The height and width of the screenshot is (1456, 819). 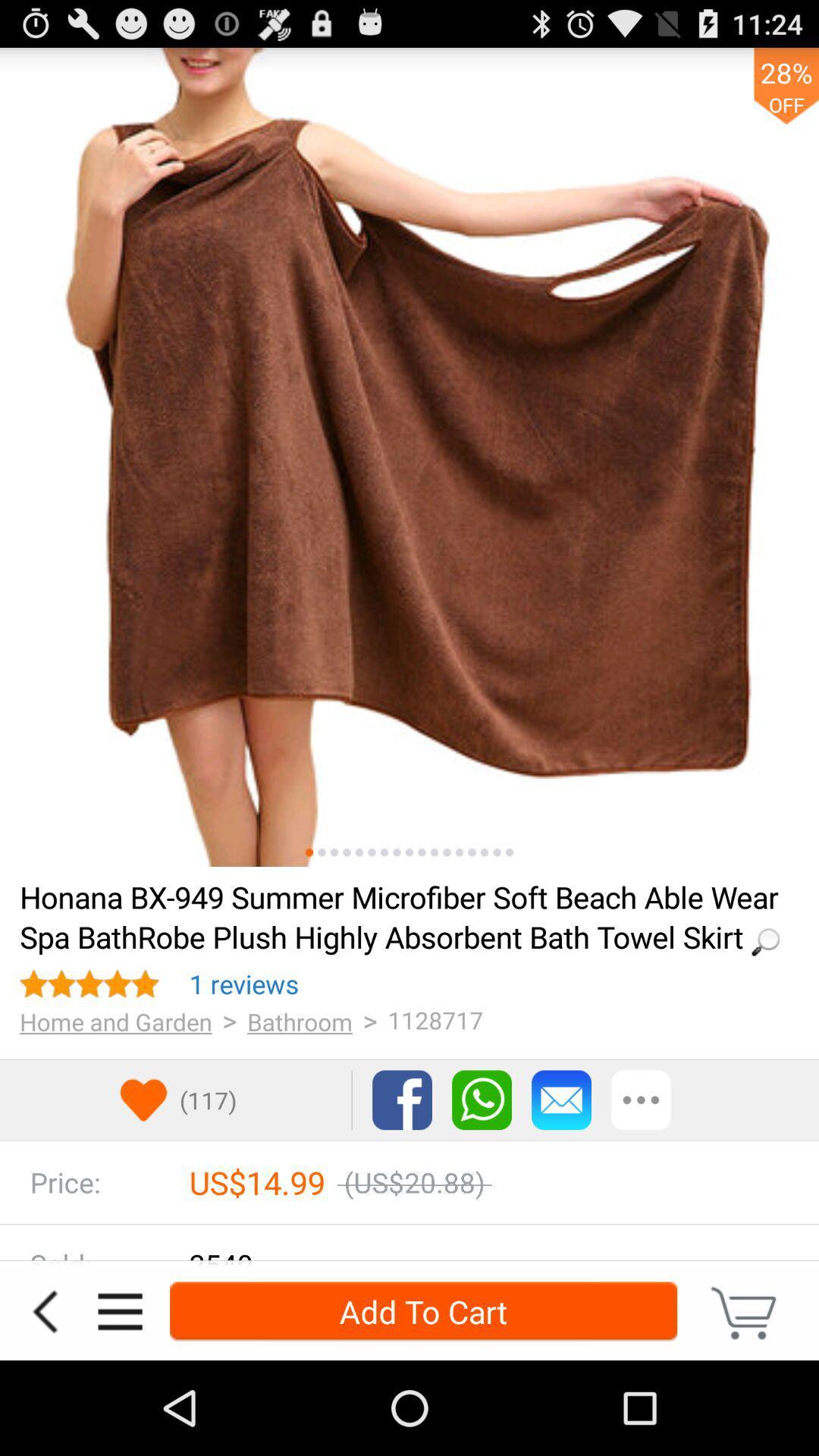 I want to click on product image, so click(x=435, y=852).